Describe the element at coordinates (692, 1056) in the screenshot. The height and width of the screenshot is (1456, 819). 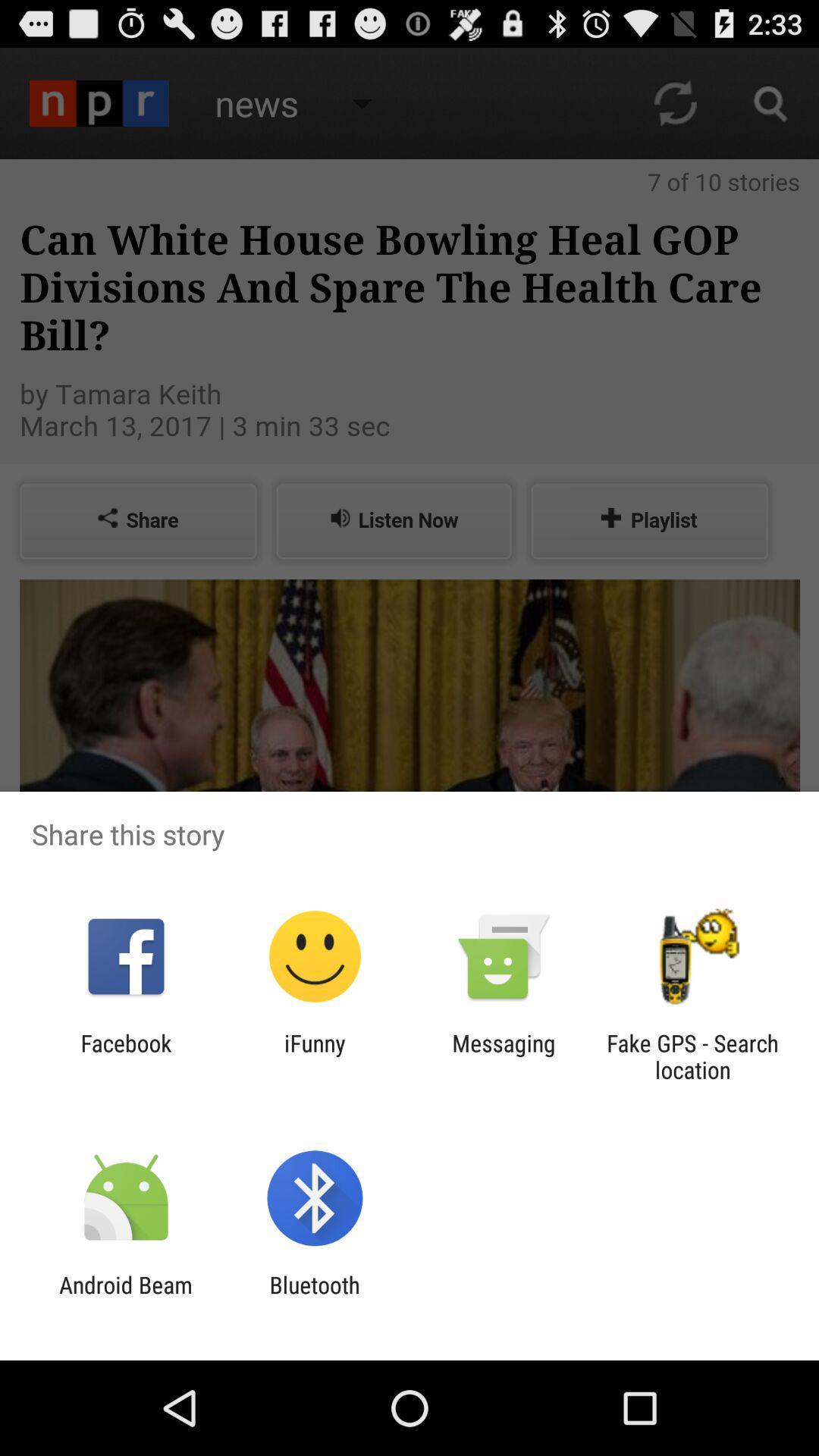
I see `the fake gps search app` at that location.